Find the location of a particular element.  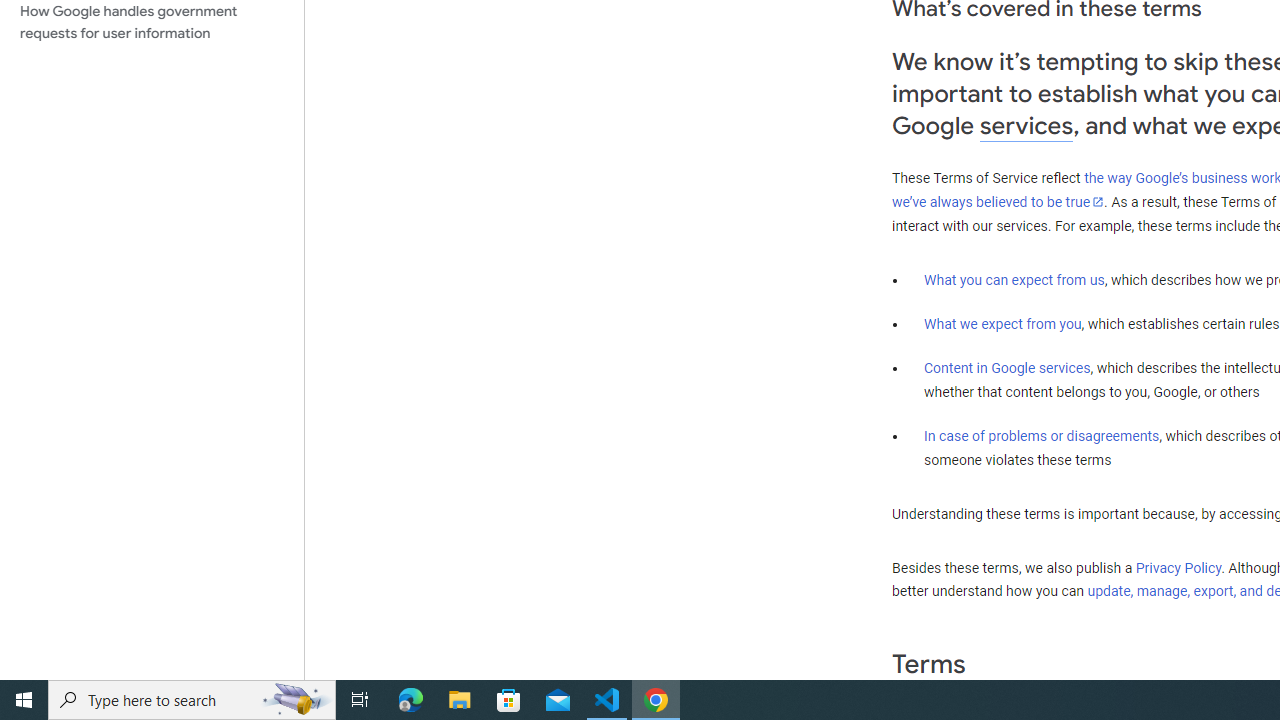

'Privacy Policy' is located at coordinates (1178, 567).